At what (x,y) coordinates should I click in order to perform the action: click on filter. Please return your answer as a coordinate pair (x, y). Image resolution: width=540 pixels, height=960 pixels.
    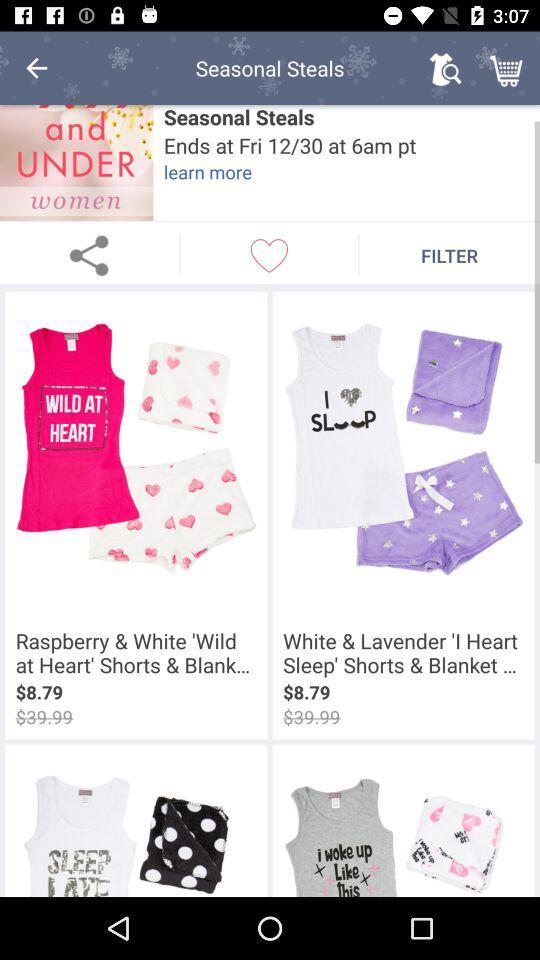
    Looking at the image, I should click on (449, 254).